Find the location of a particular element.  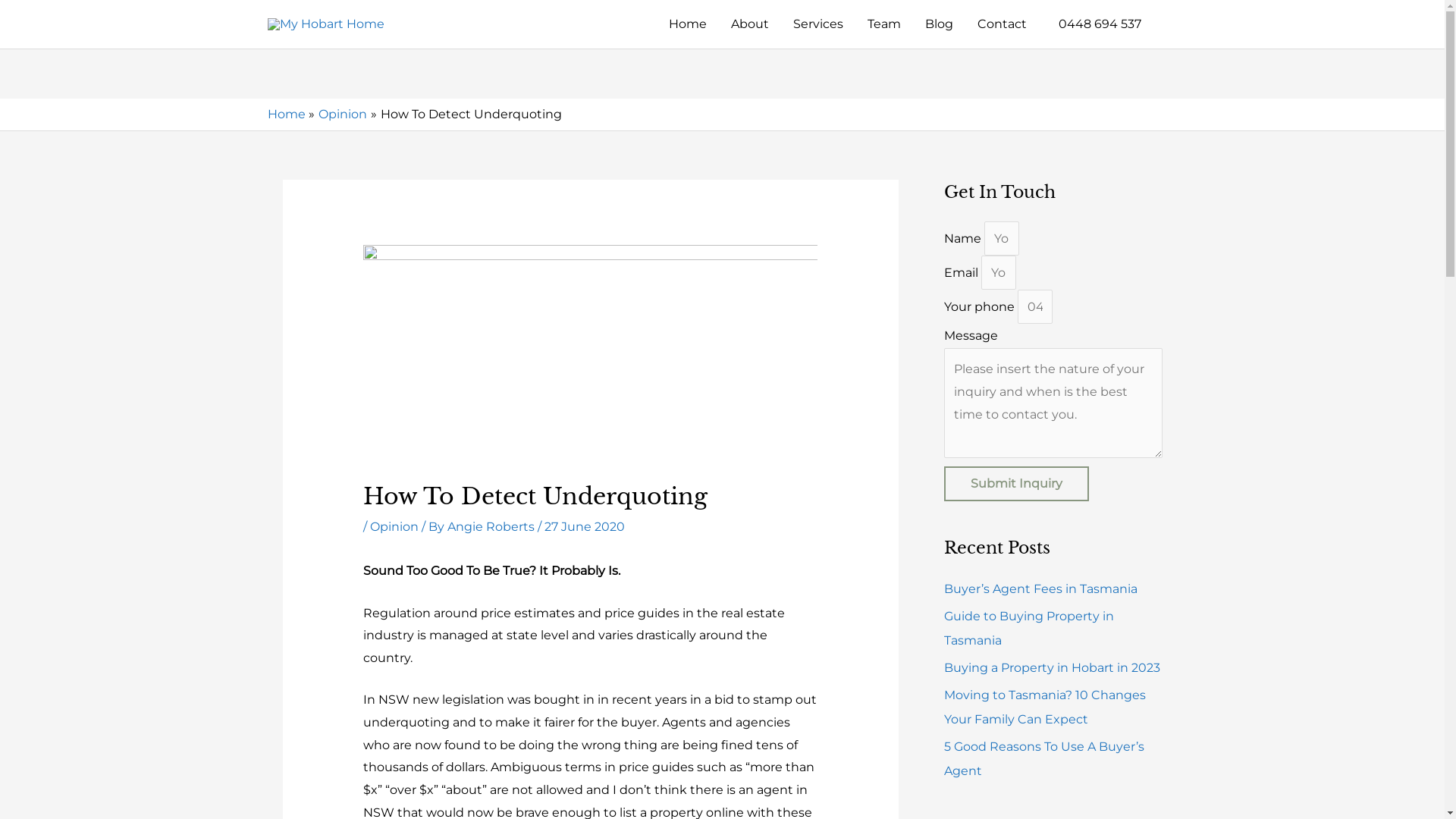

'Home' is located at coordinates (687, 24).